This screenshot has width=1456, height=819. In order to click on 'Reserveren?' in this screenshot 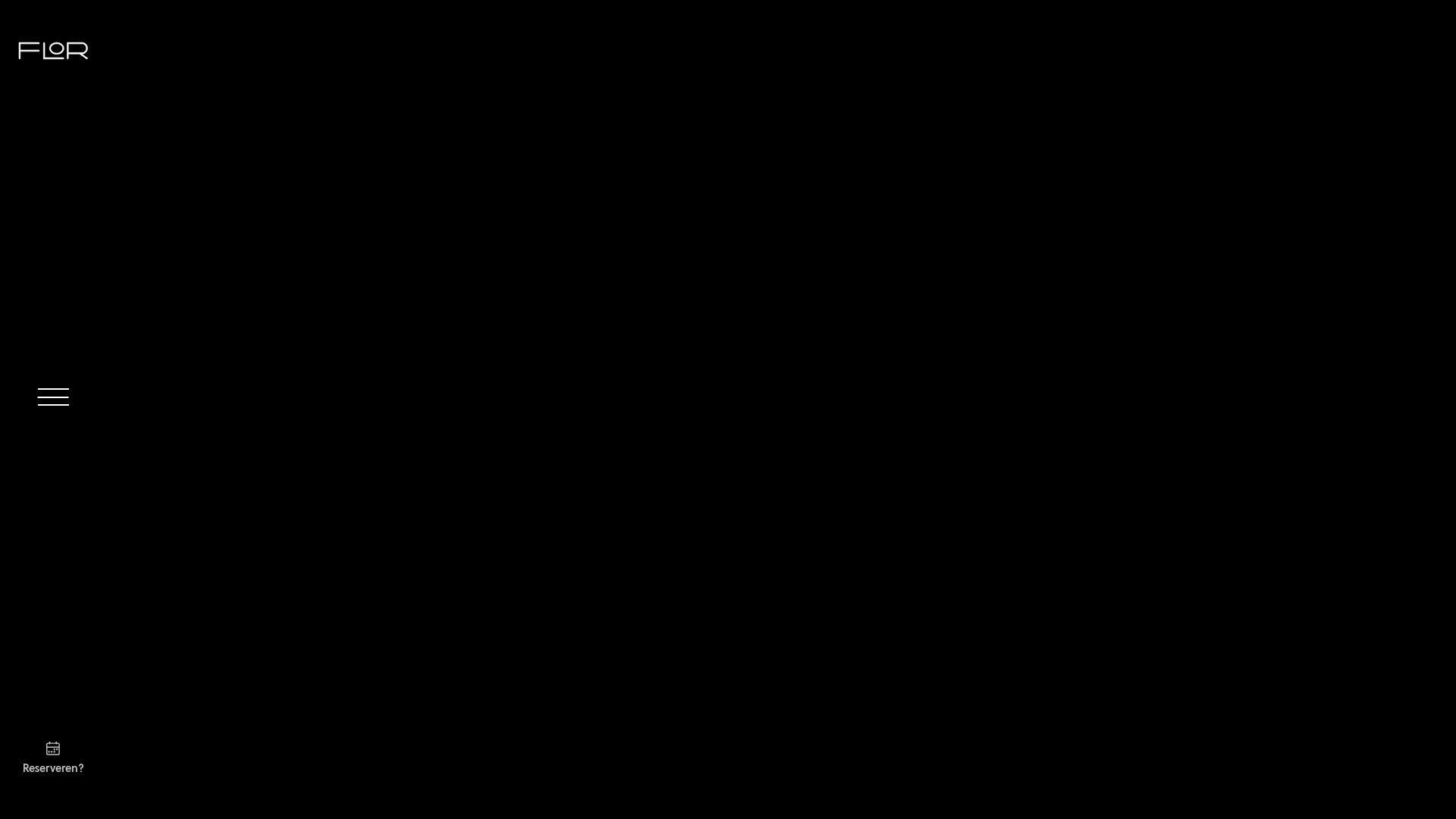, I will do `click(22, 755)`.